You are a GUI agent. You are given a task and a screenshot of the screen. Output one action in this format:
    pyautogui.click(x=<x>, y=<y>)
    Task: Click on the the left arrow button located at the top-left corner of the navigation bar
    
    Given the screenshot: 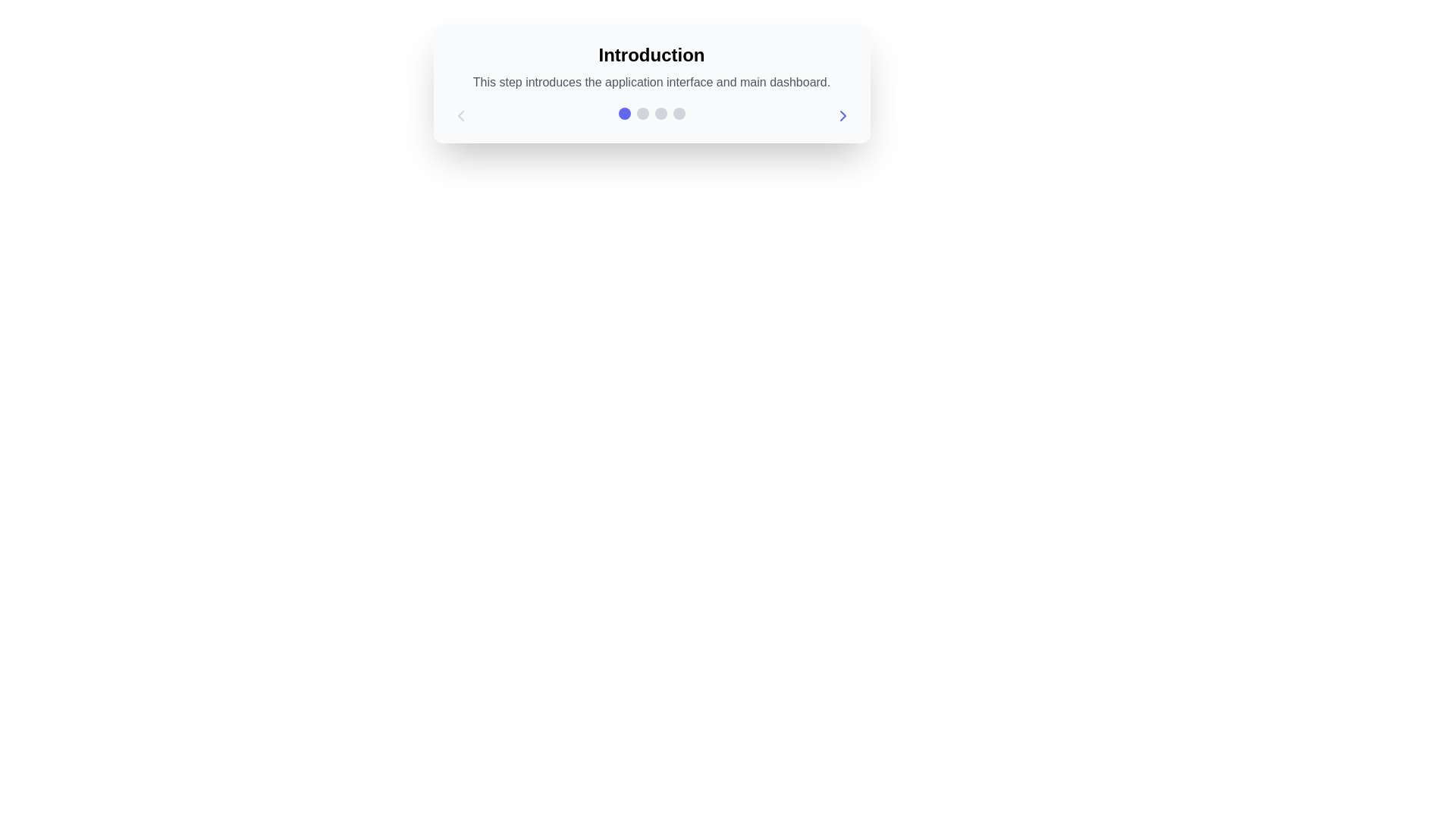 What is the action you would take?
    pyautogui.click(x=460, y=115)
    